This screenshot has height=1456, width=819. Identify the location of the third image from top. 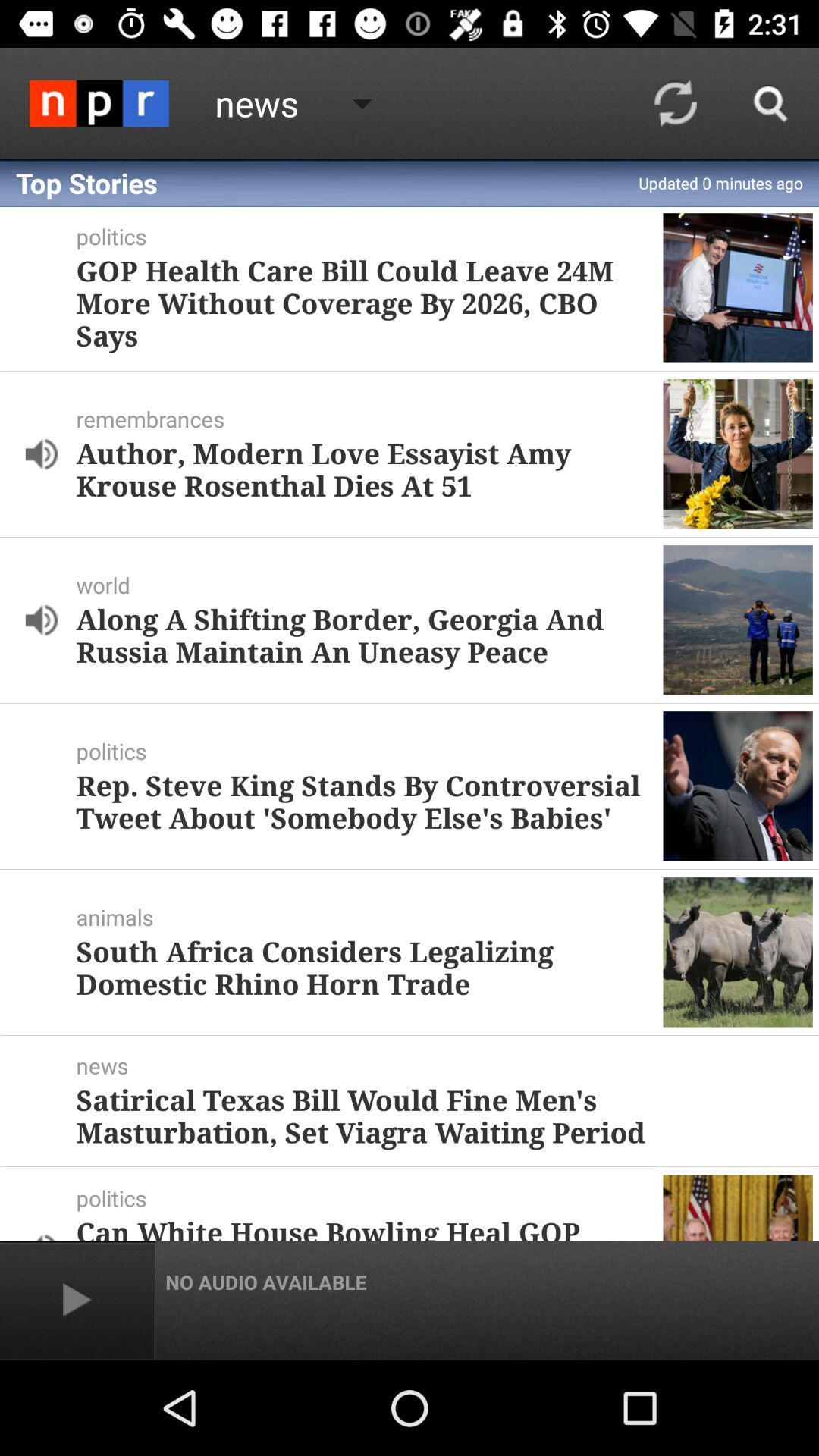
(737, 620).